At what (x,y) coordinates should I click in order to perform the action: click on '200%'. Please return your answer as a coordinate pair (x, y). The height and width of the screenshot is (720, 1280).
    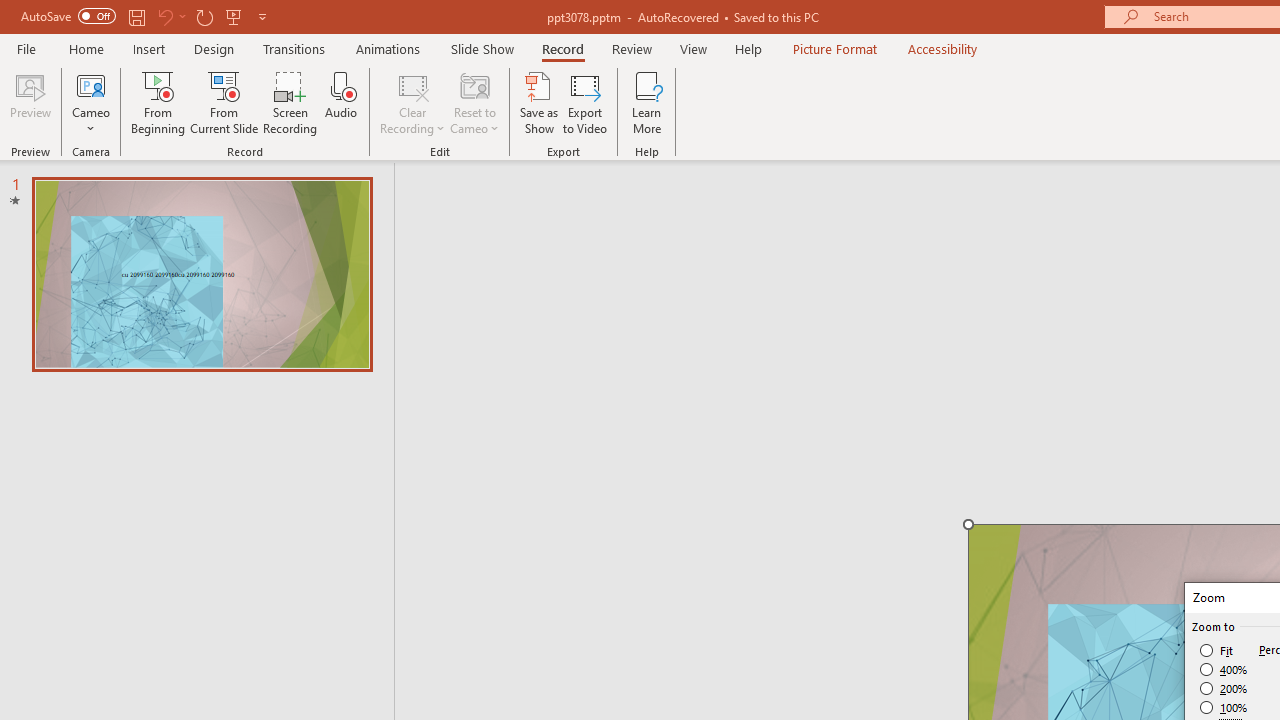
    Looking at the image, I should click on (1223, 688).